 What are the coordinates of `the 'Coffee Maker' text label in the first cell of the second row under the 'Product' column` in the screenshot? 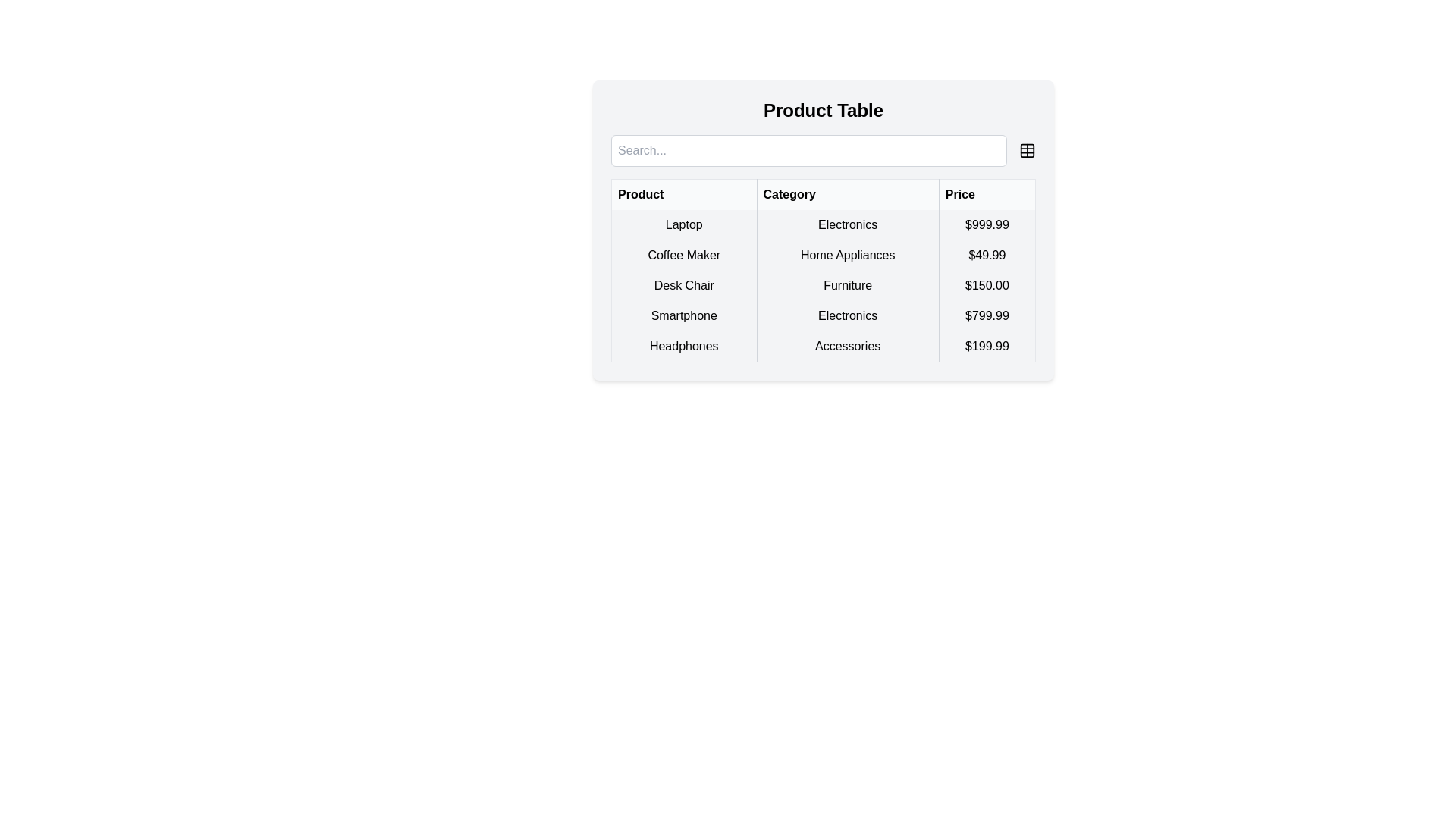 It's located at (683, 254).